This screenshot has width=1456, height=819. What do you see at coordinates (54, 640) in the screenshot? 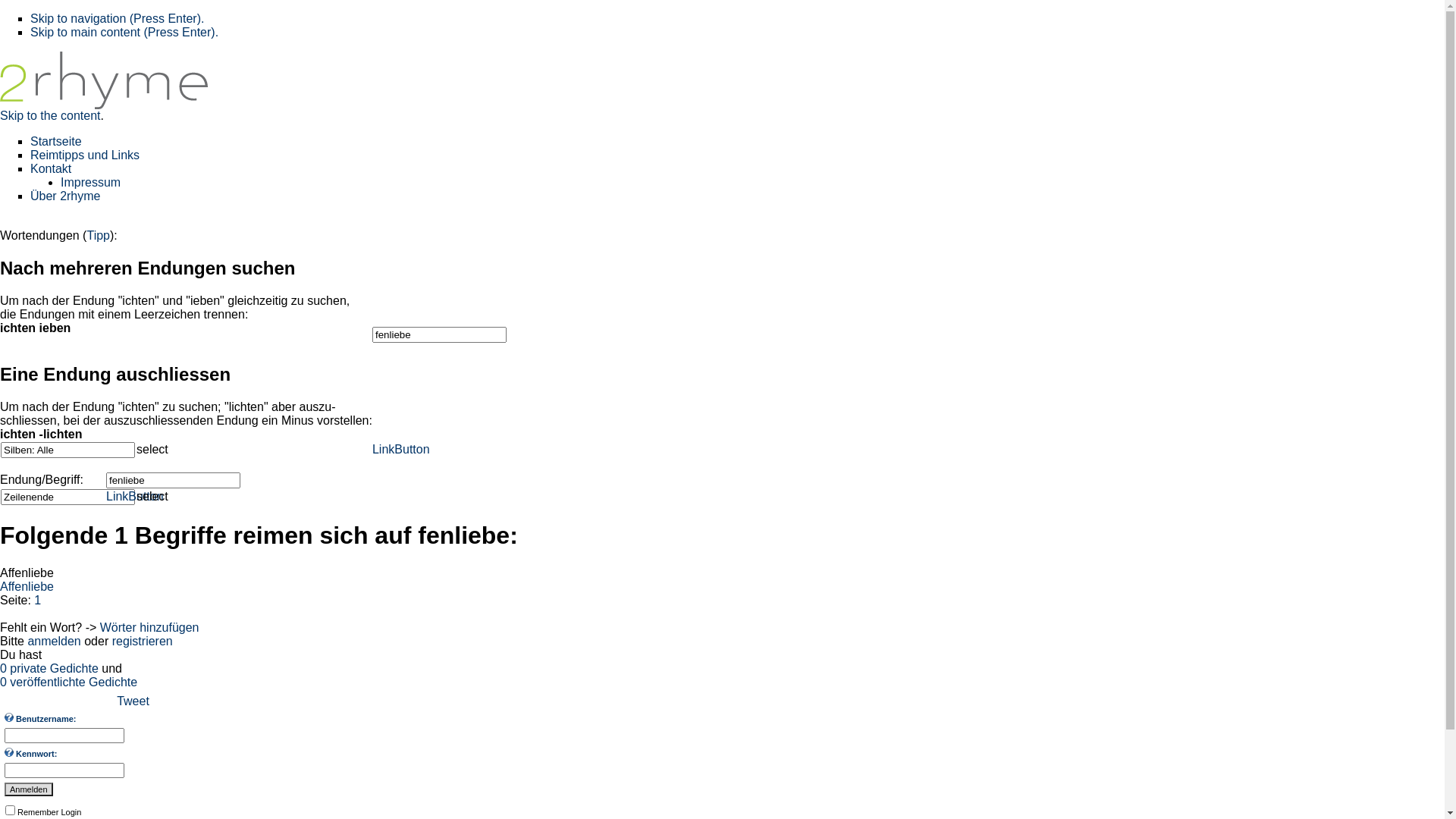
I see `'anmelden'` at bounding box center [54, 640].